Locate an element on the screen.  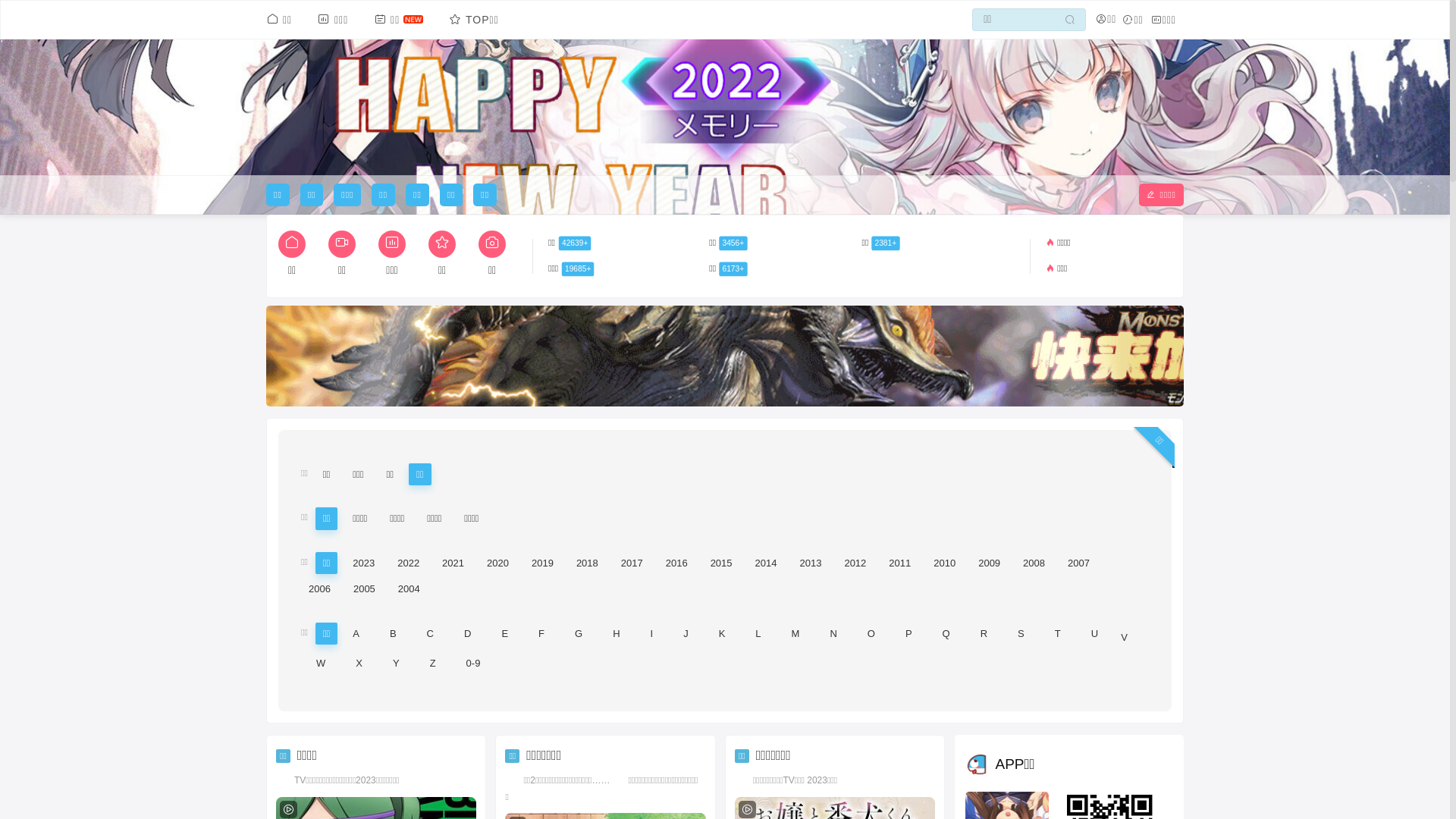
'2011' is located at coordinates (899, 563).